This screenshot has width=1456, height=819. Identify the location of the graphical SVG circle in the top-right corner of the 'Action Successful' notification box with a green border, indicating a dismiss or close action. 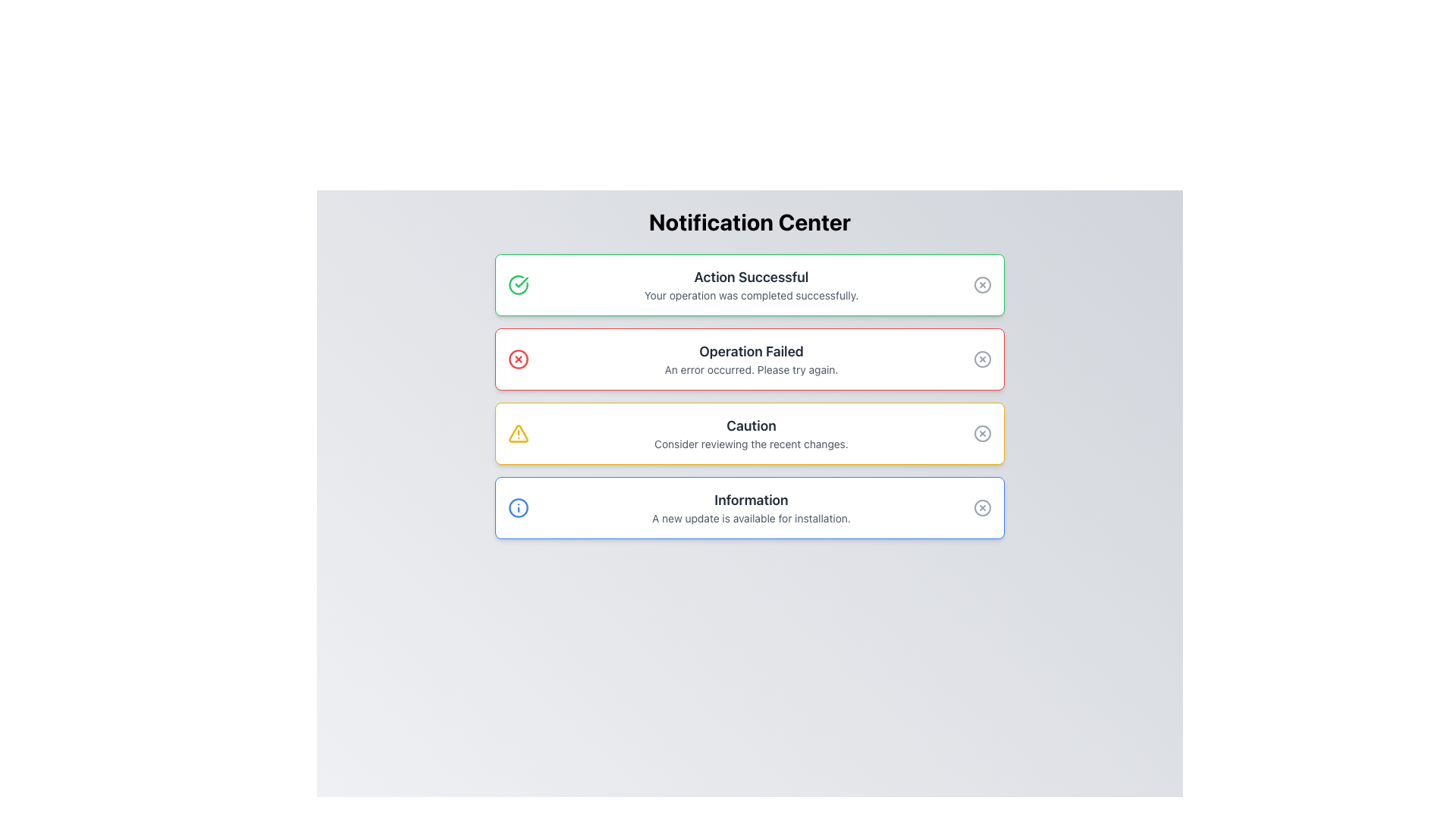
(983, 284).